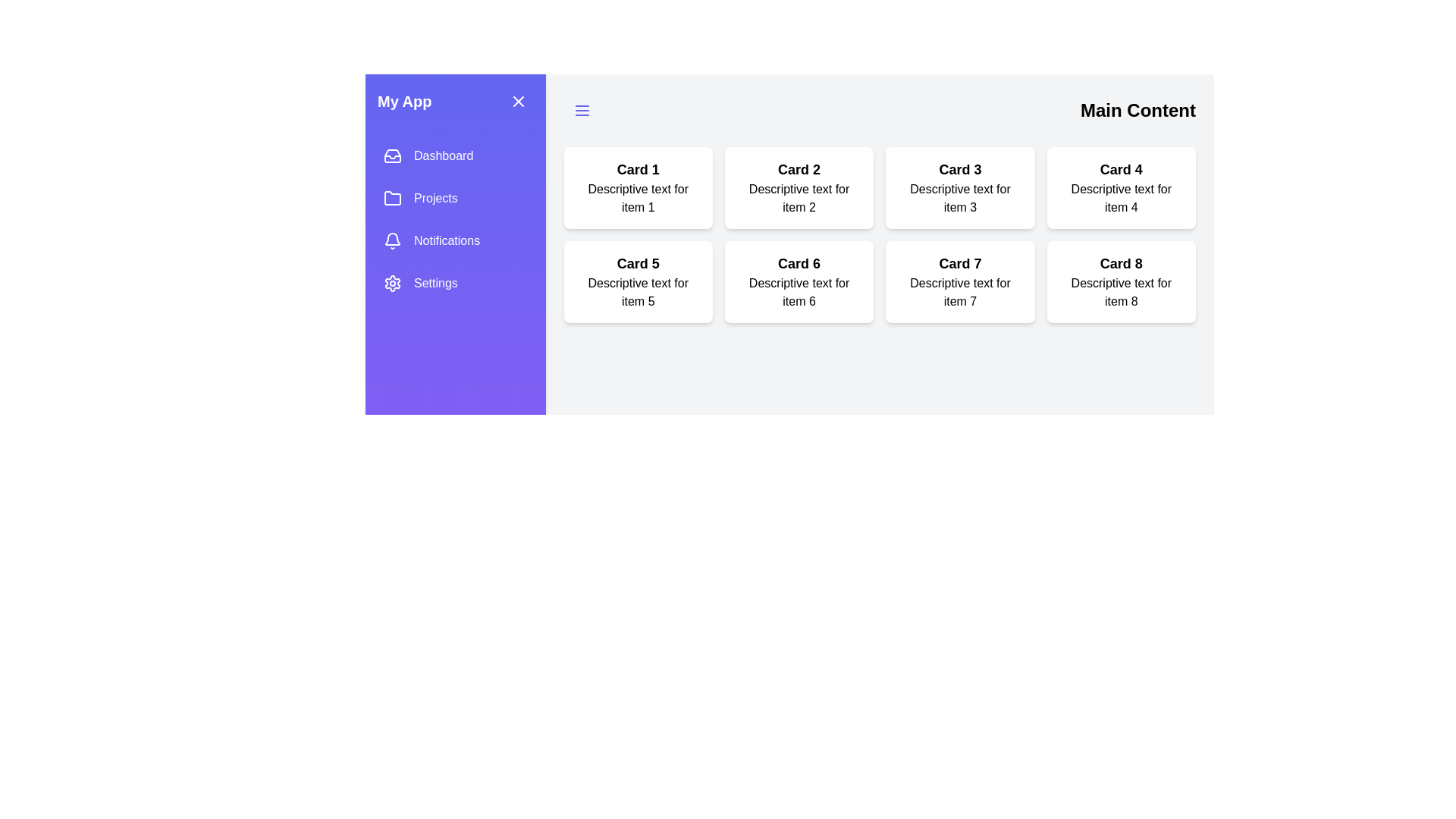 The height and width of the screenshot is (819, 1456). Describe the element at coordinates (454, 240) in the screenshot. I see `the sidebar menu item Notifications` at that location.